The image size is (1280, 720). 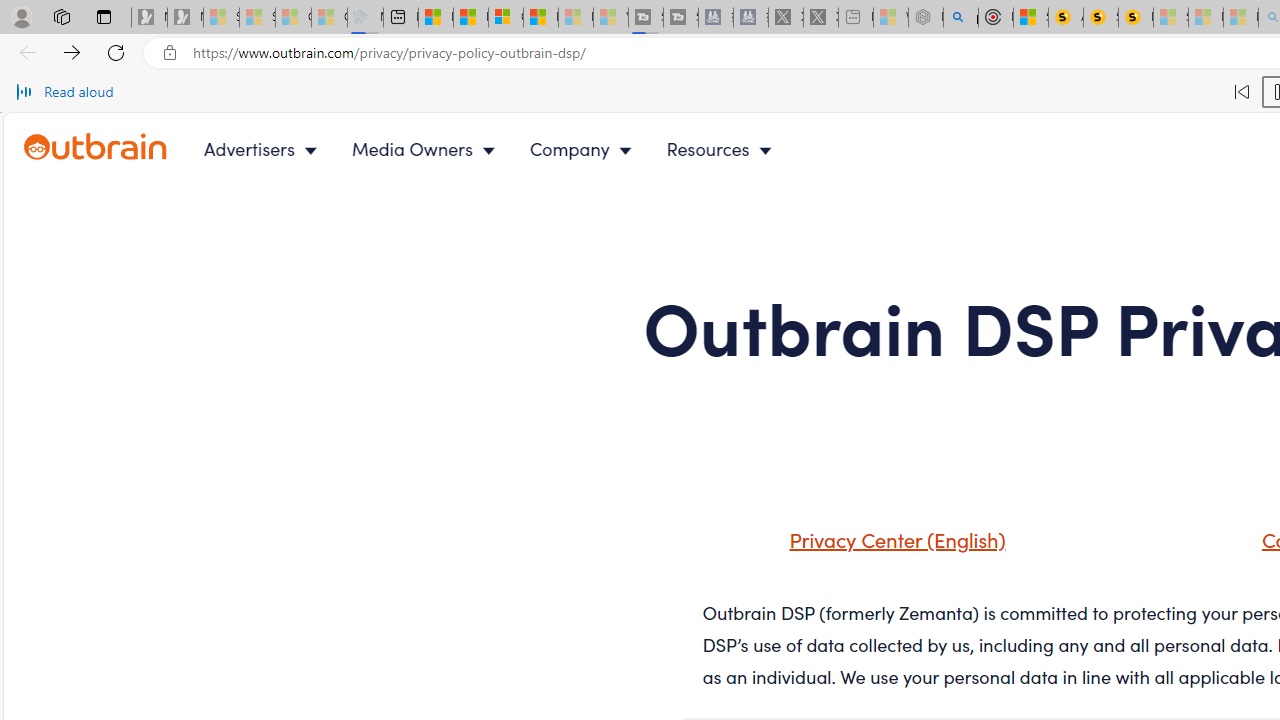 What do you see at coordinates (95, 146) in the screenshot?
I see `'Outbrain logo - link to homepage'` at bounding box center [95, 146].